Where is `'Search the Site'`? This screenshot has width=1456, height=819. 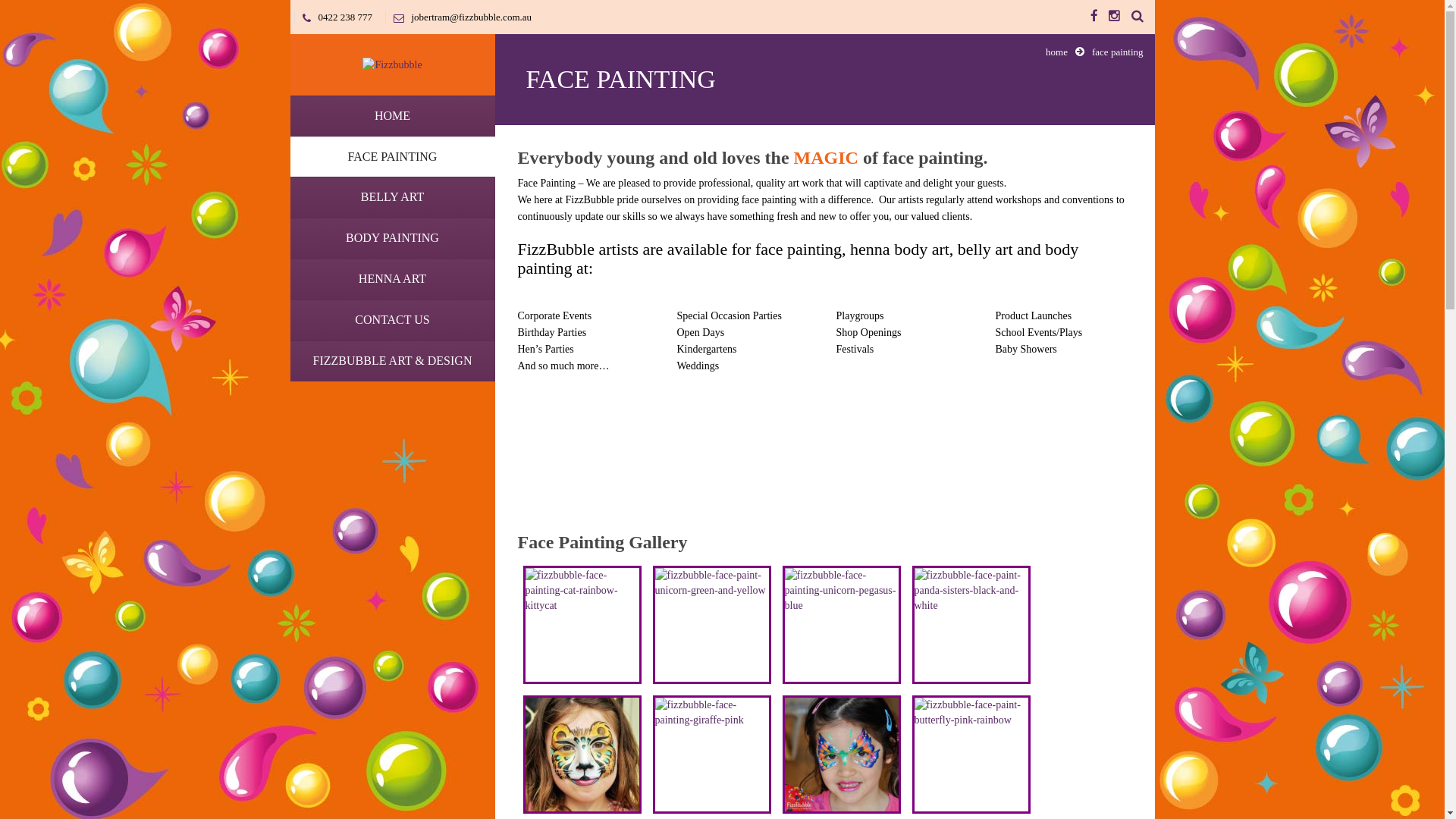 'Search the Site' is located at coordinates (1137, 17).